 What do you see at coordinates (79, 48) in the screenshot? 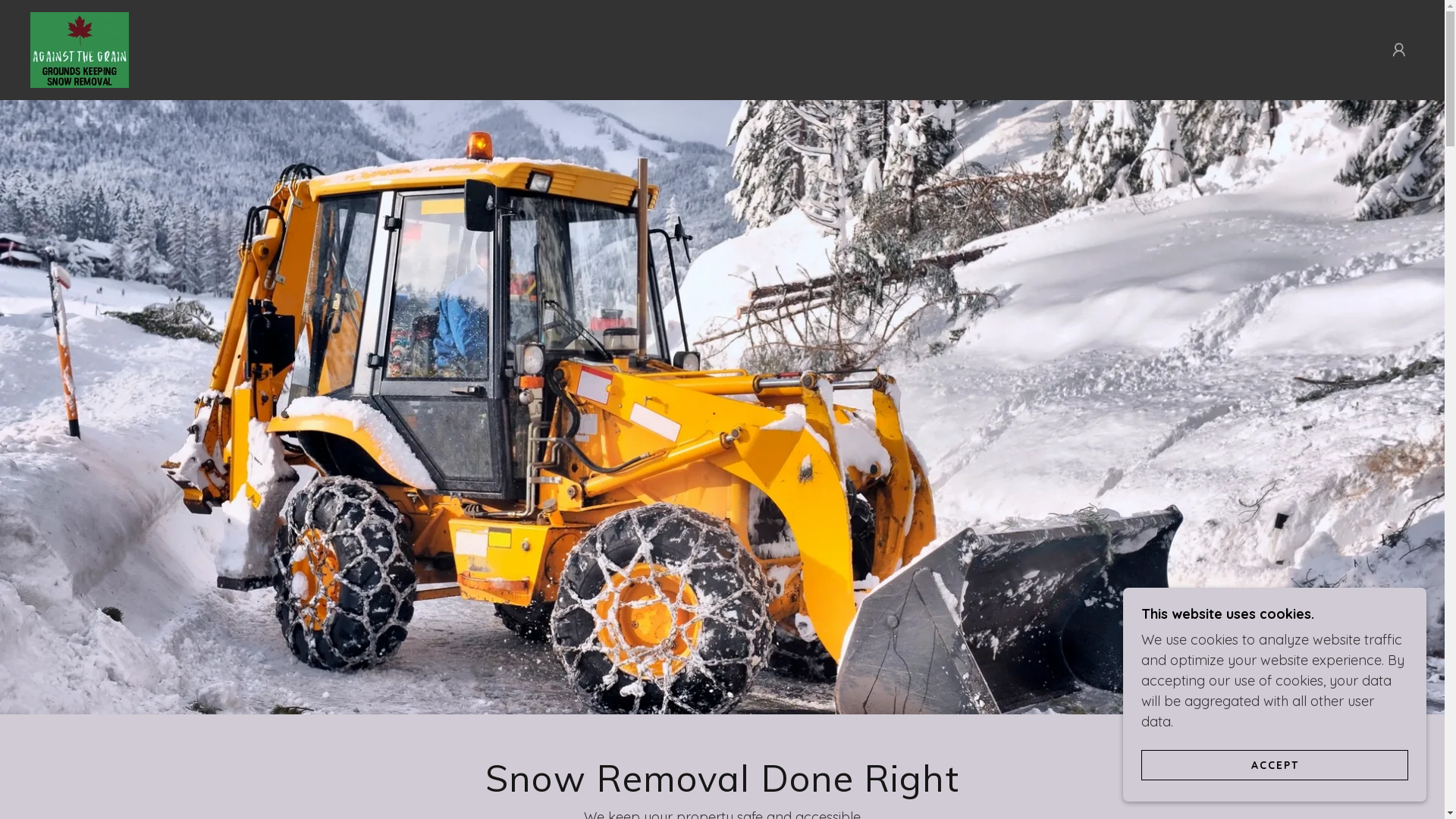
I see `'Against The Grain'` at bounding box center [79, 48].